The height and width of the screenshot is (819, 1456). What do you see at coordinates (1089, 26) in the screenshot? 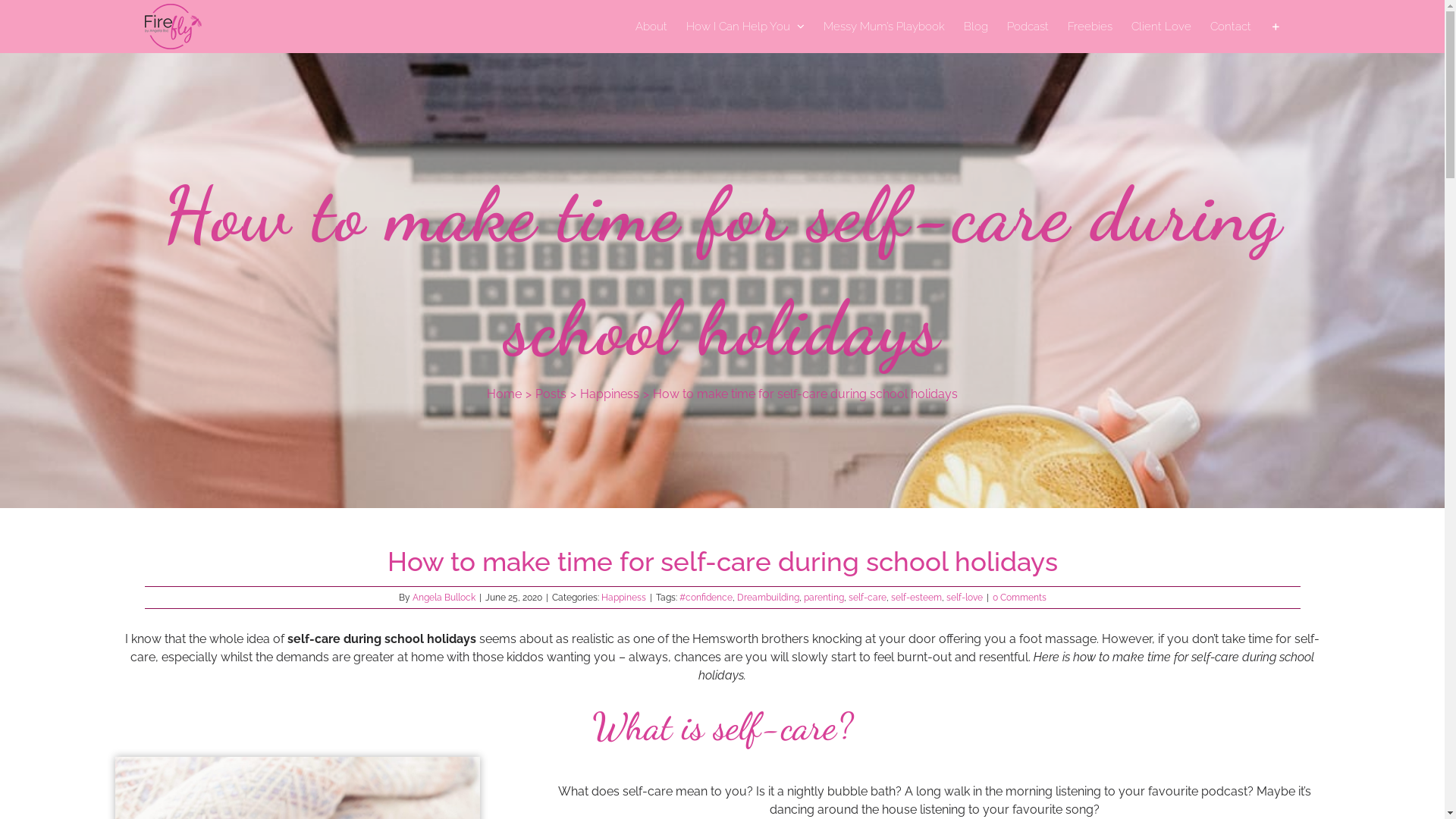
I see `'Freebies'` at bounding box center [1089, 26].